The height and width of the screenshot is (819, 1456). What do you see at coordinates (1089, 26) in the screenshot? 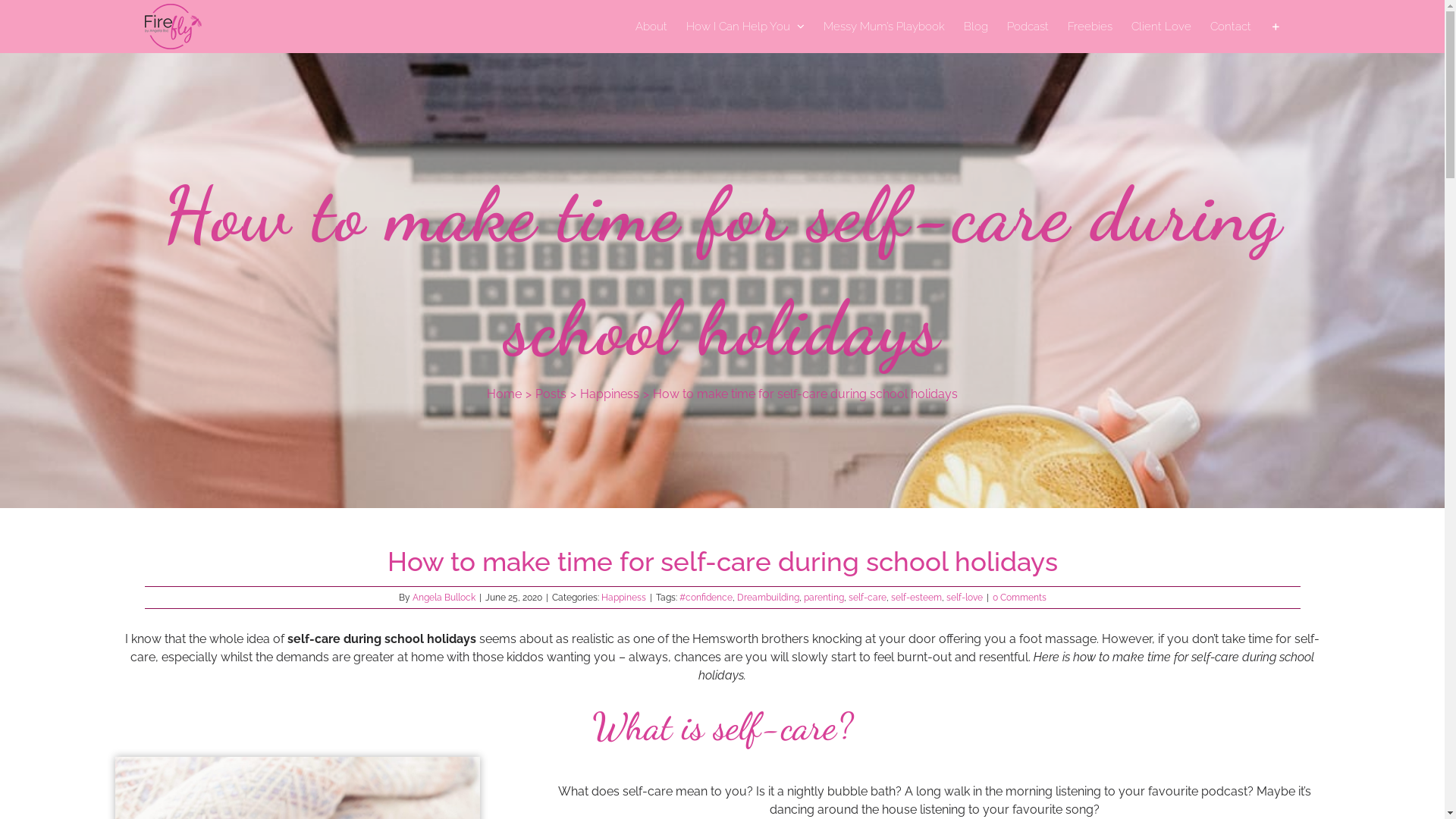
I see `'Freebies'` at bounding box center [1089, 26].